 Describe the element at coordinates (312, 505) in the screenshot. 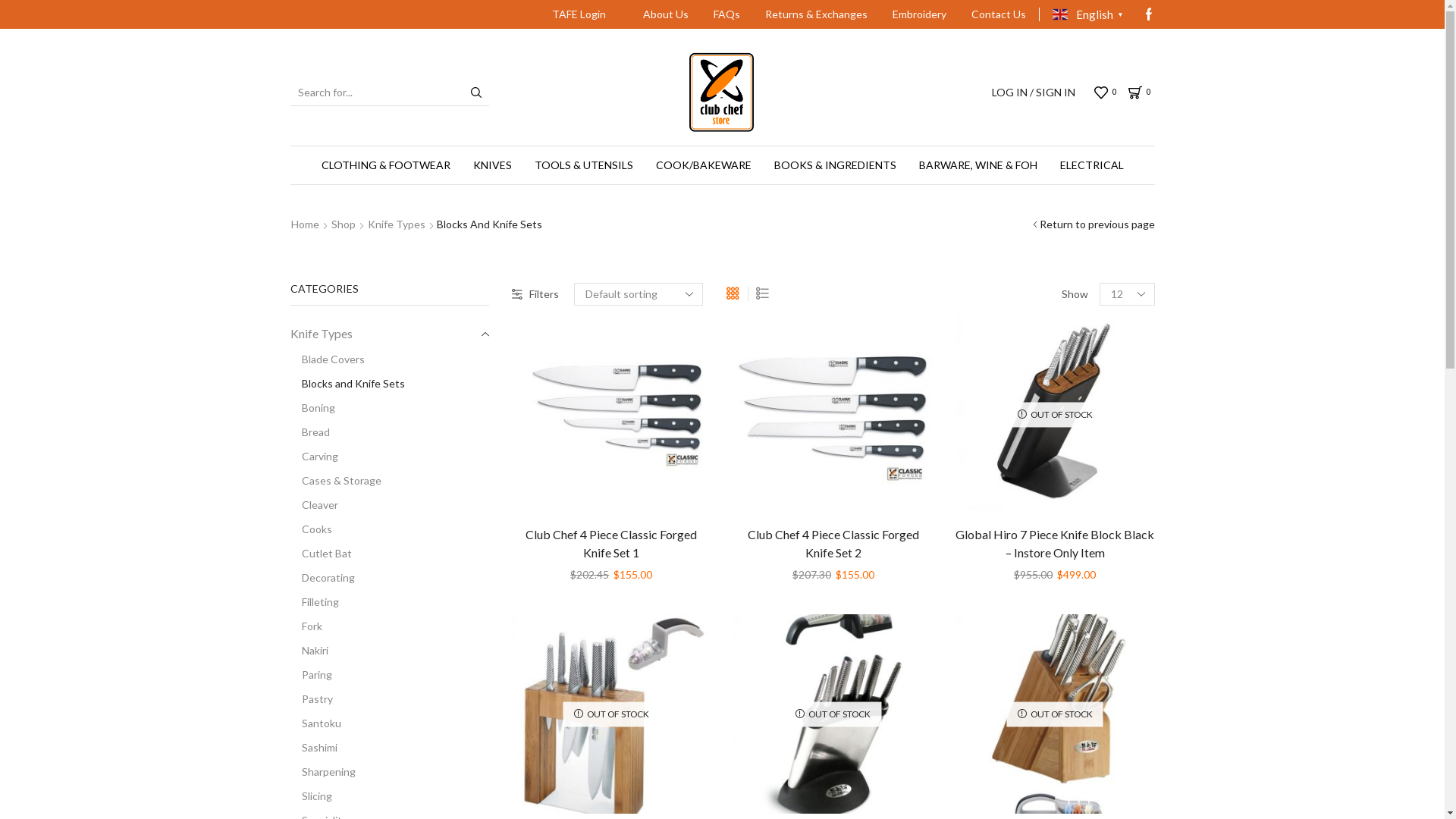

I see `'Cleaver'` at that location.